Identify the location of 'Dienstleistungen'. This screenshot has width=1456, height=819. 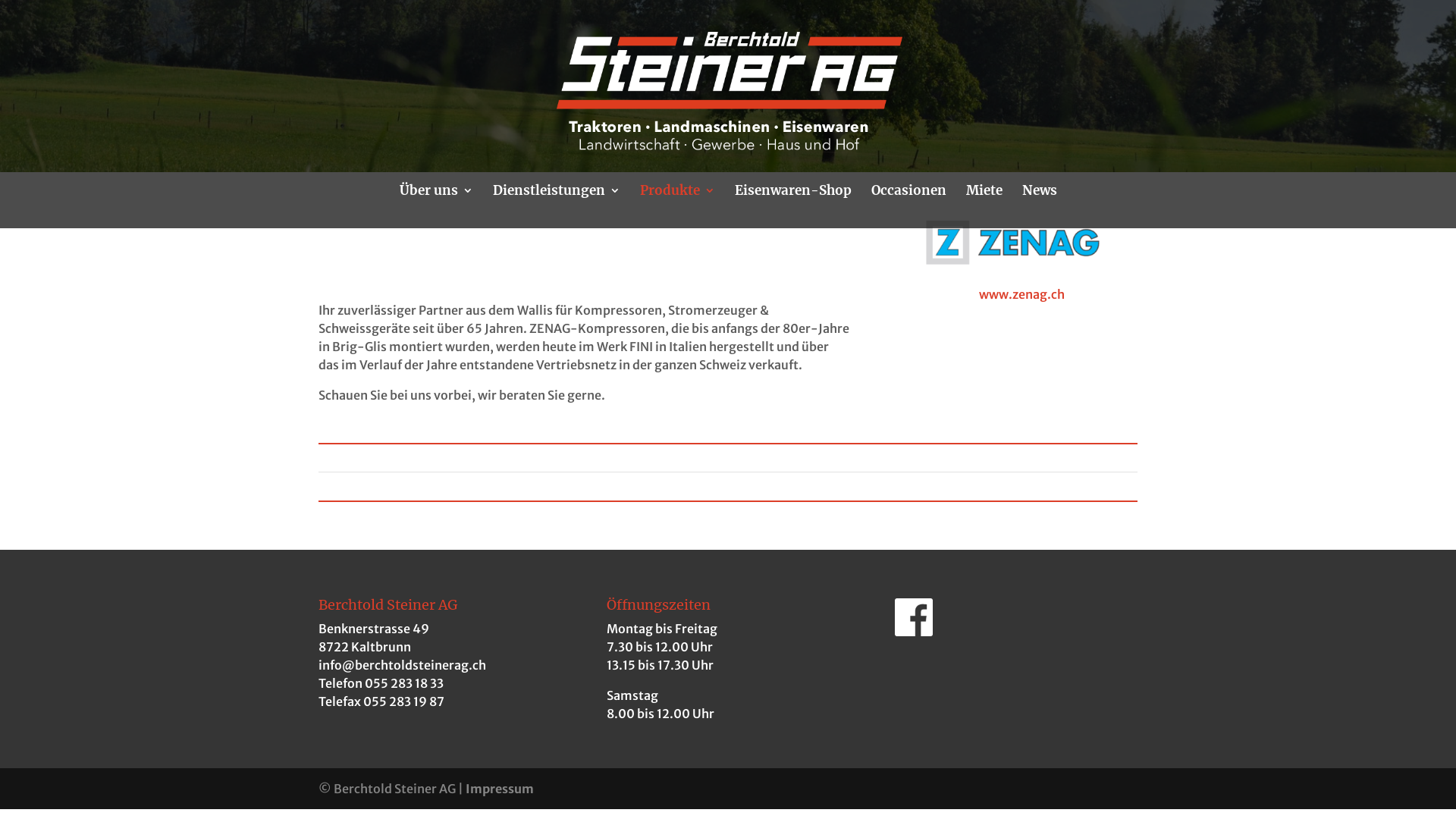
(556, 206).